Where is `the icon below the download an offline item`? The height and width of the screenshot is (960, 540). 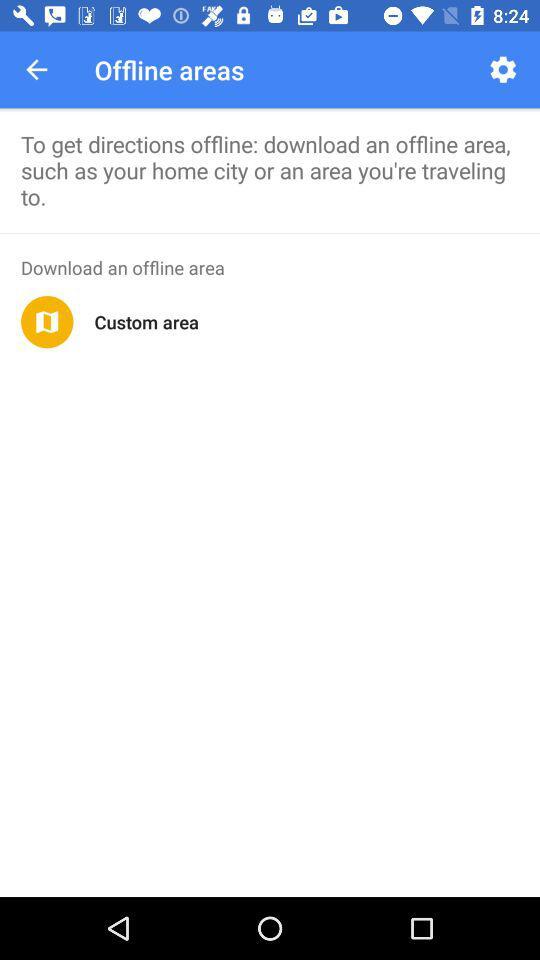 the icon below the download an offline item is located at coordinates (145, 322).